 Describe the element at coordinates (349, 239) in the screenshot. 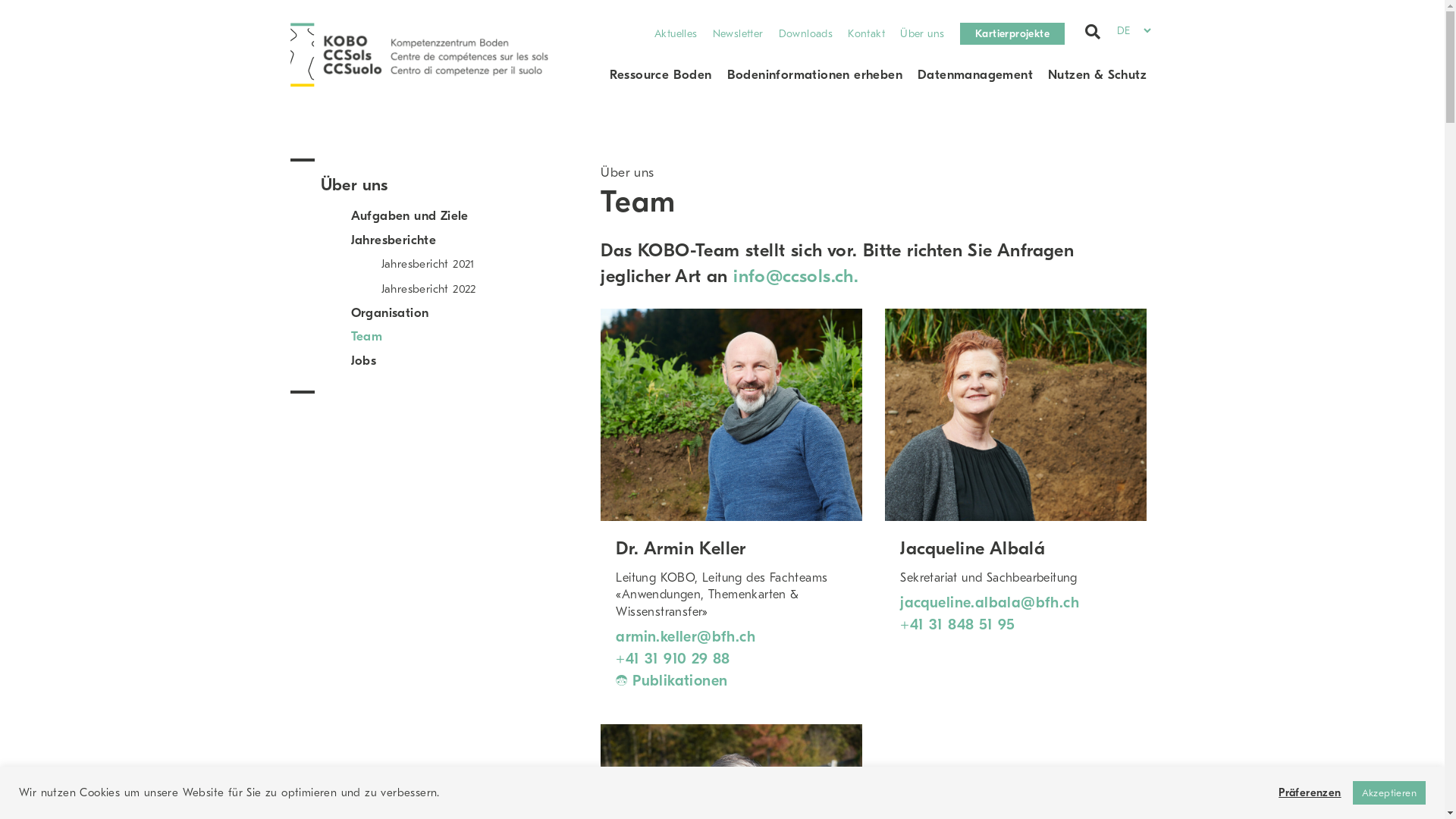

I see `'Jahresberichte'` at that location.